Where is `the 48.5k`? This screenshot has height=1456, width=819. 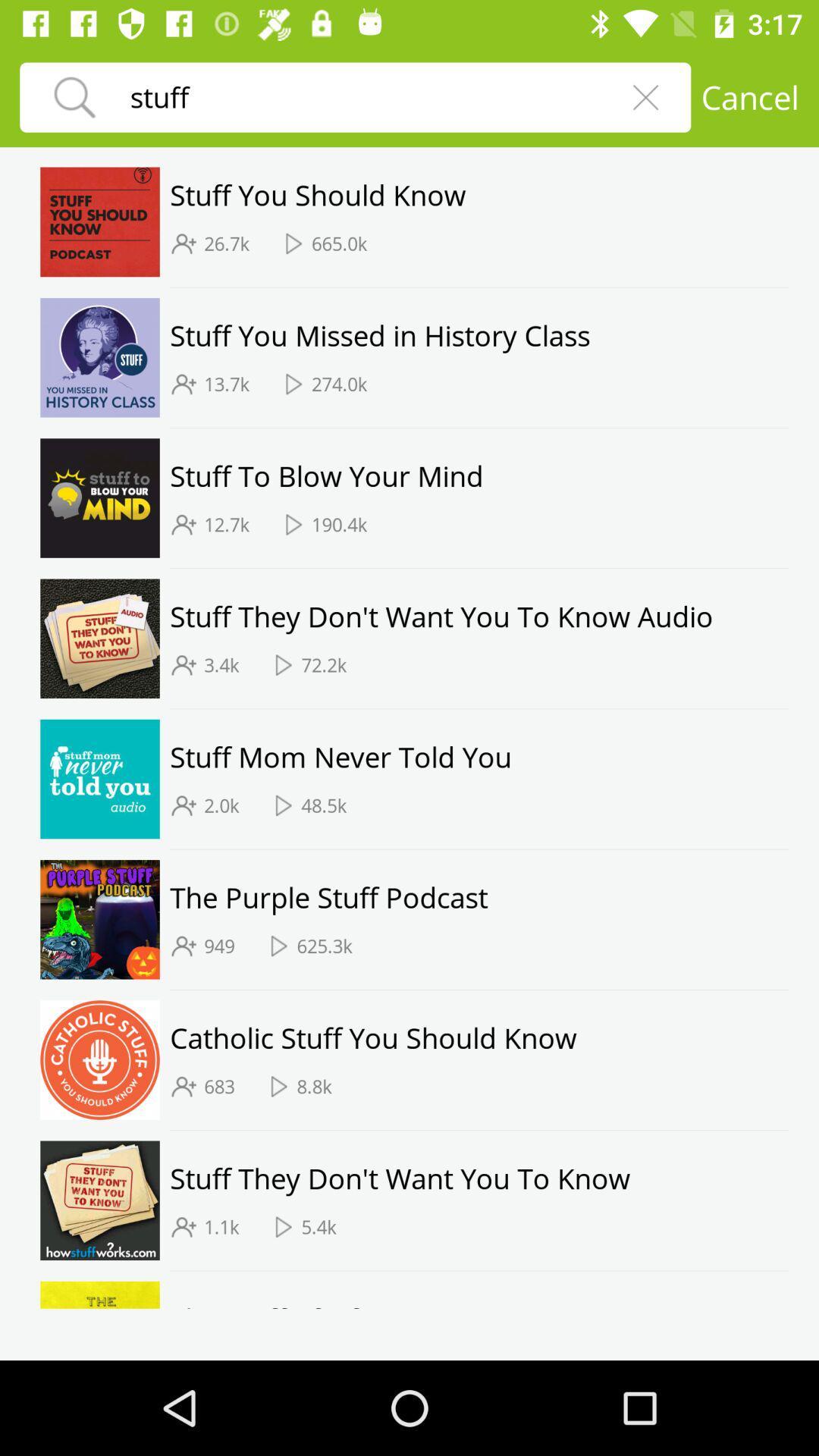 the 48.5k is located at coordinates (323, 805).